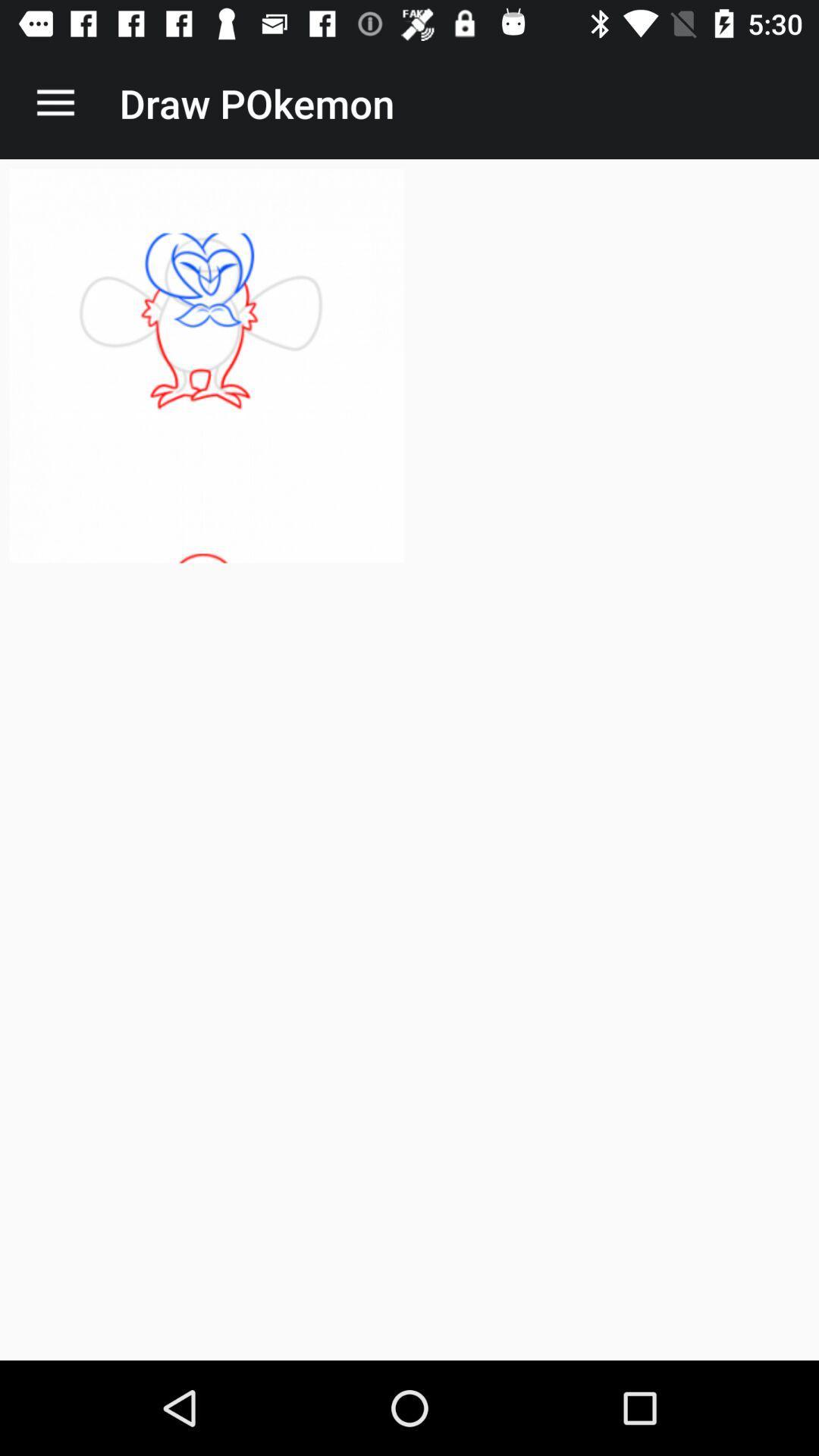 The width and height of the screenshot is (819, 1456). Describe the element at coordinates (55, 102) in the screenshot. I see `app to the left of draw pokemon app` at that location.